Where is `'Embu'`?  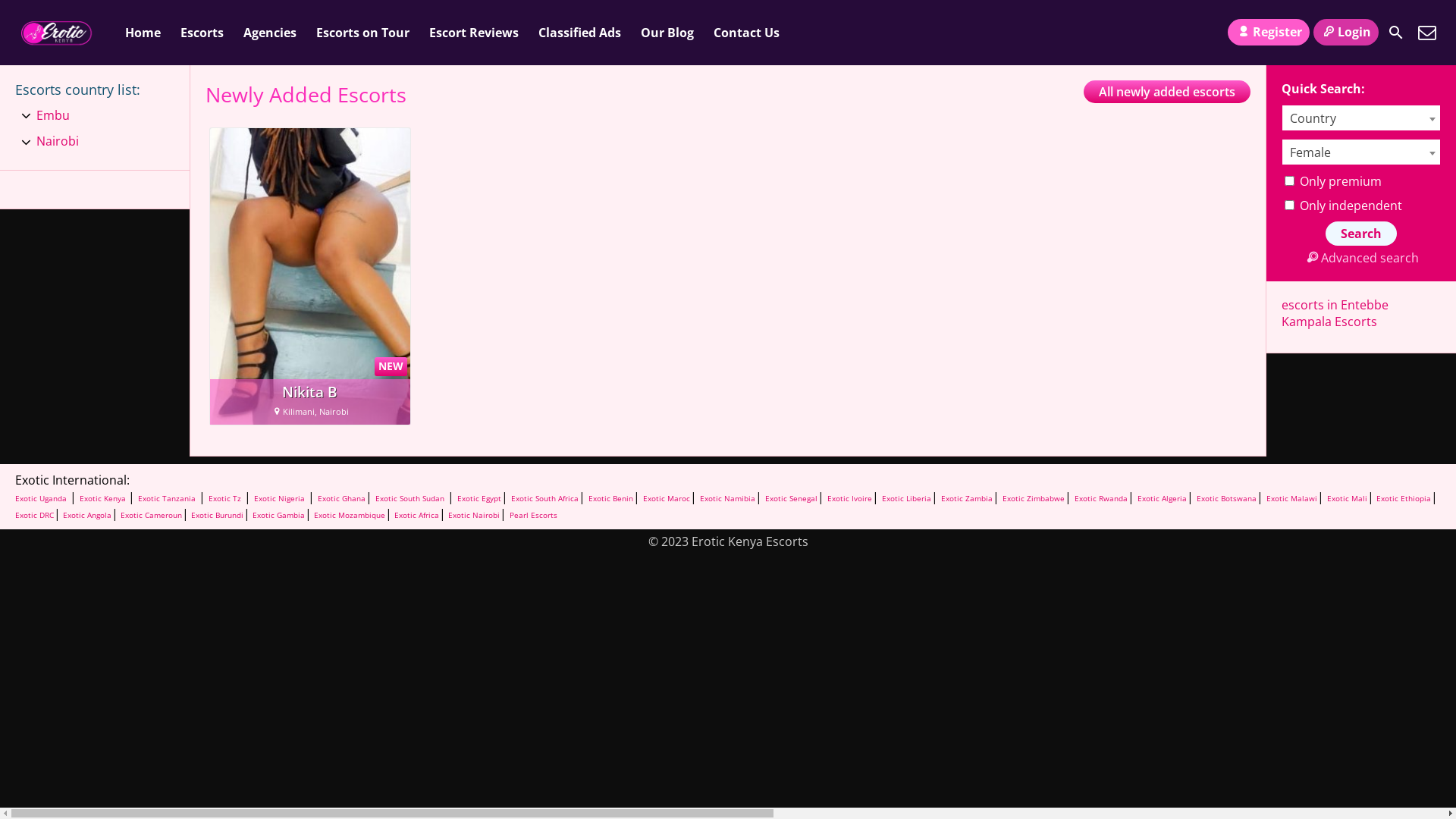 'Embu' is located at coordinates (36, 115).